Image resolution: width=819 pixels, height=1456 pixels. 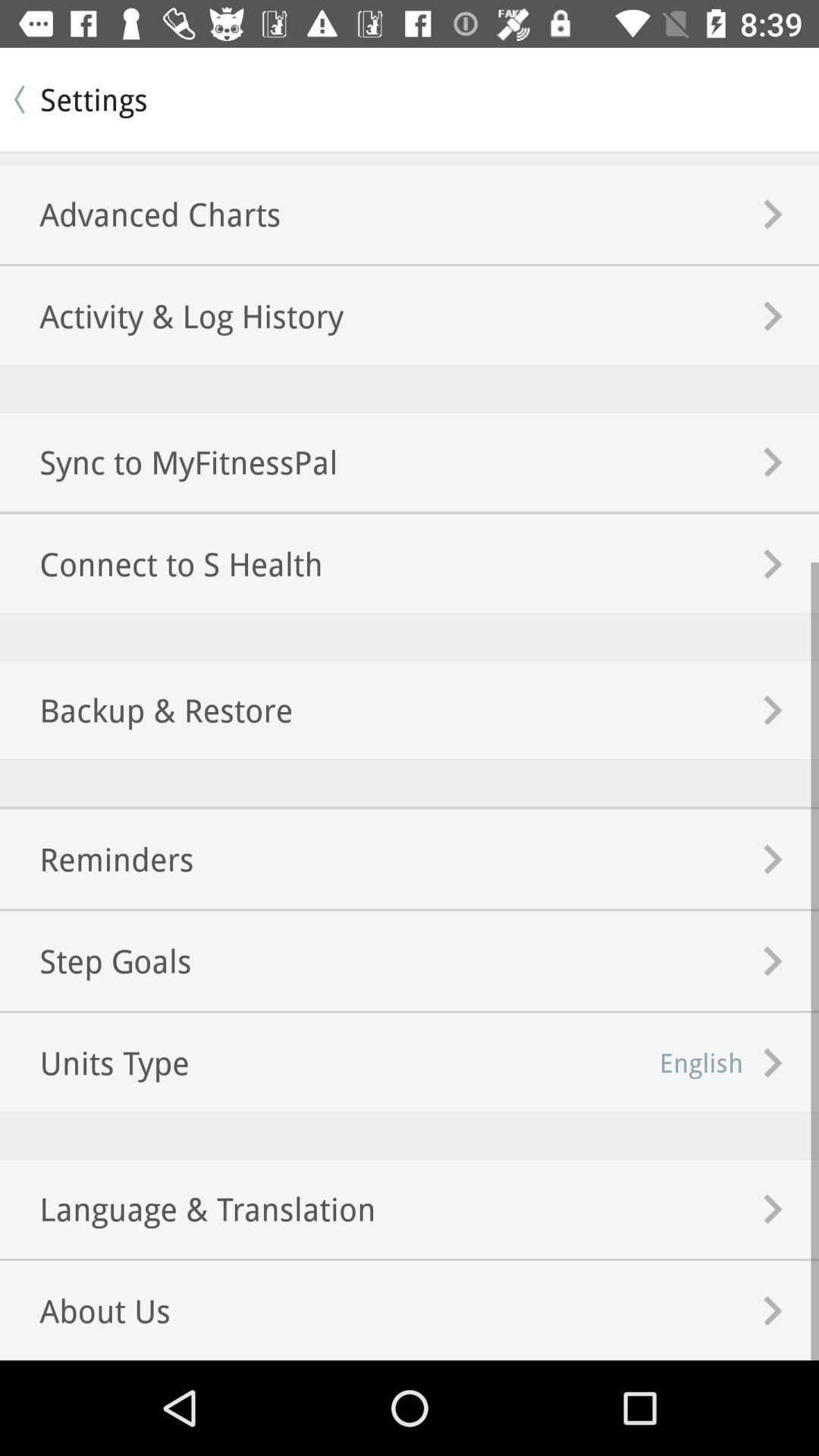 What do you see at coordinates (187, 1208) in the screenshot?
I see `the language & translation` at bounding box center [187, 1208].